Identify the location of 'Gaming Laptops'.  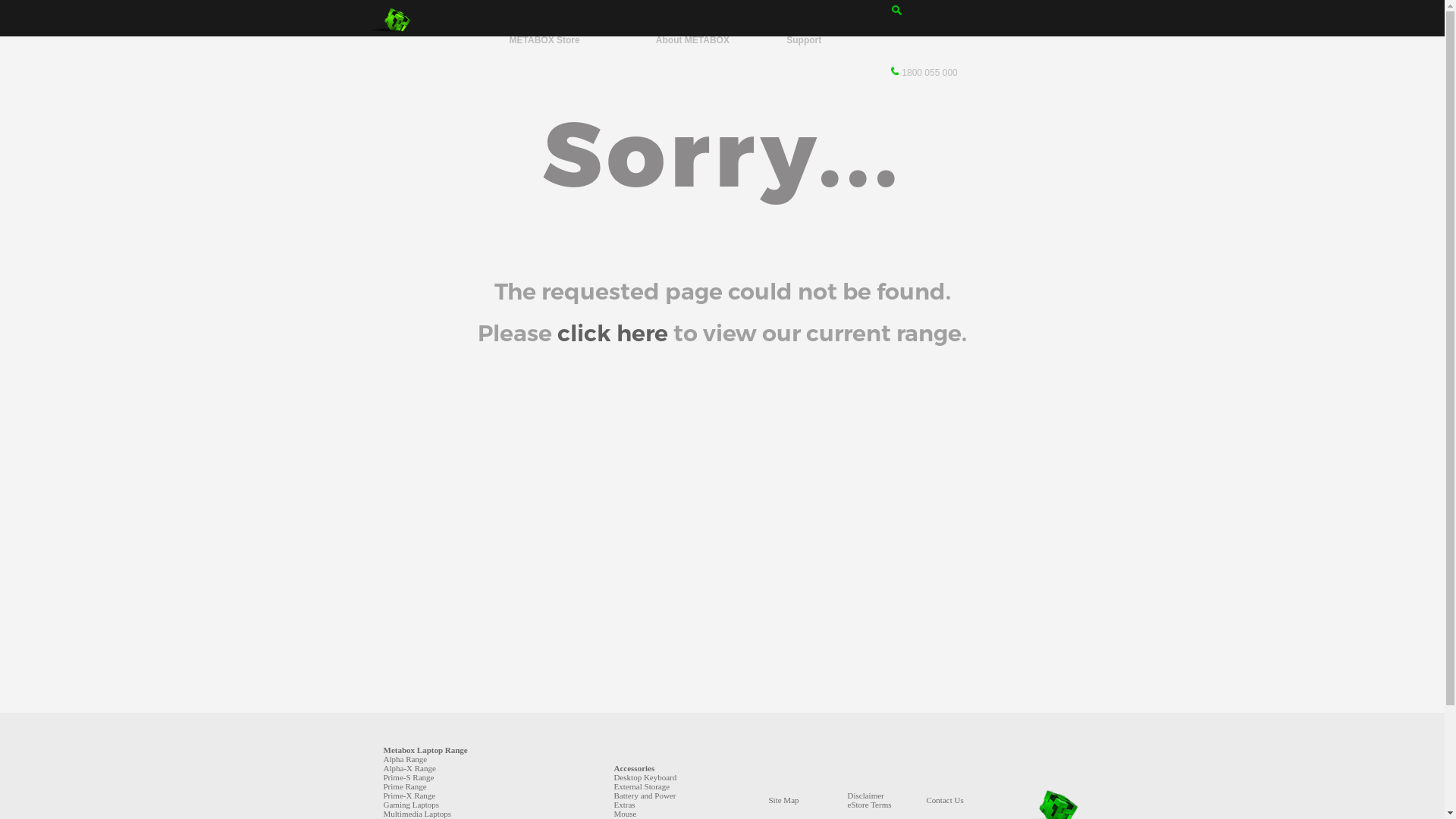
(383, 803).